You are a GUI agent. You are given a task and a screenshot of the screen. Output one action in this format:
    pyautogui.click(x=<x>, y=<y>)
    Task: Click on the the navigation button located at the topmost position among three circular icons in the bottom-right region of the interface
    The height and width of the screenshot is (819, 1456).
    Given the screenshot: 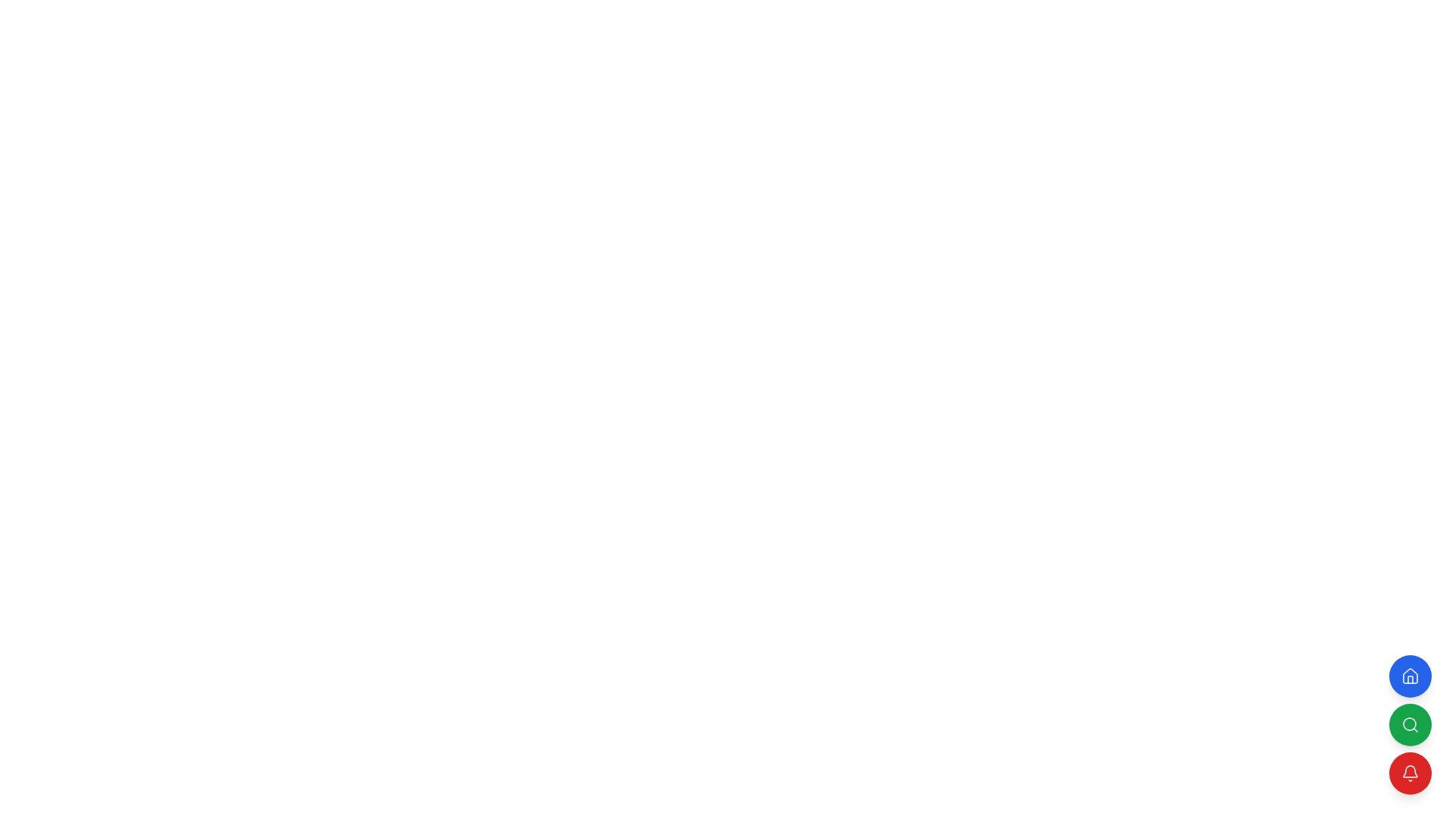 What is the action you would take?
    pyautogui.click(x=1410, y=679)
    